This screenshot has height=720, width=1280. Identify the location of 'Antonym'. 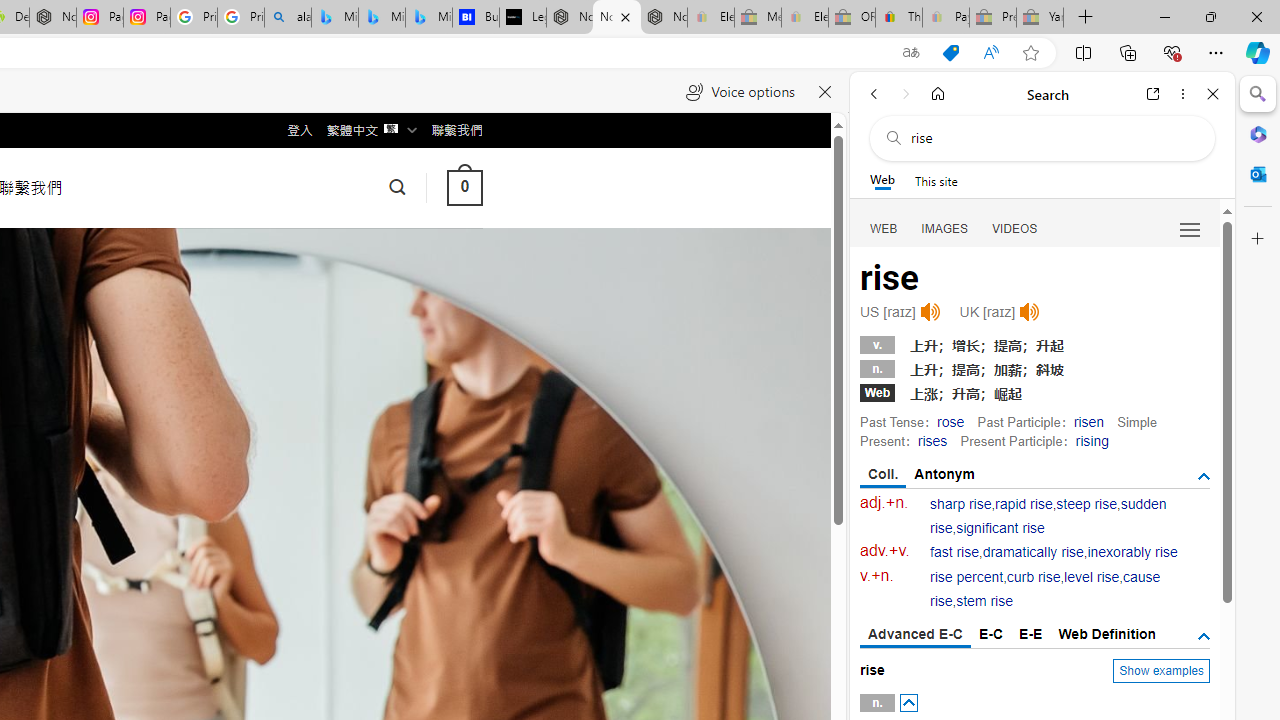
(944, 474).